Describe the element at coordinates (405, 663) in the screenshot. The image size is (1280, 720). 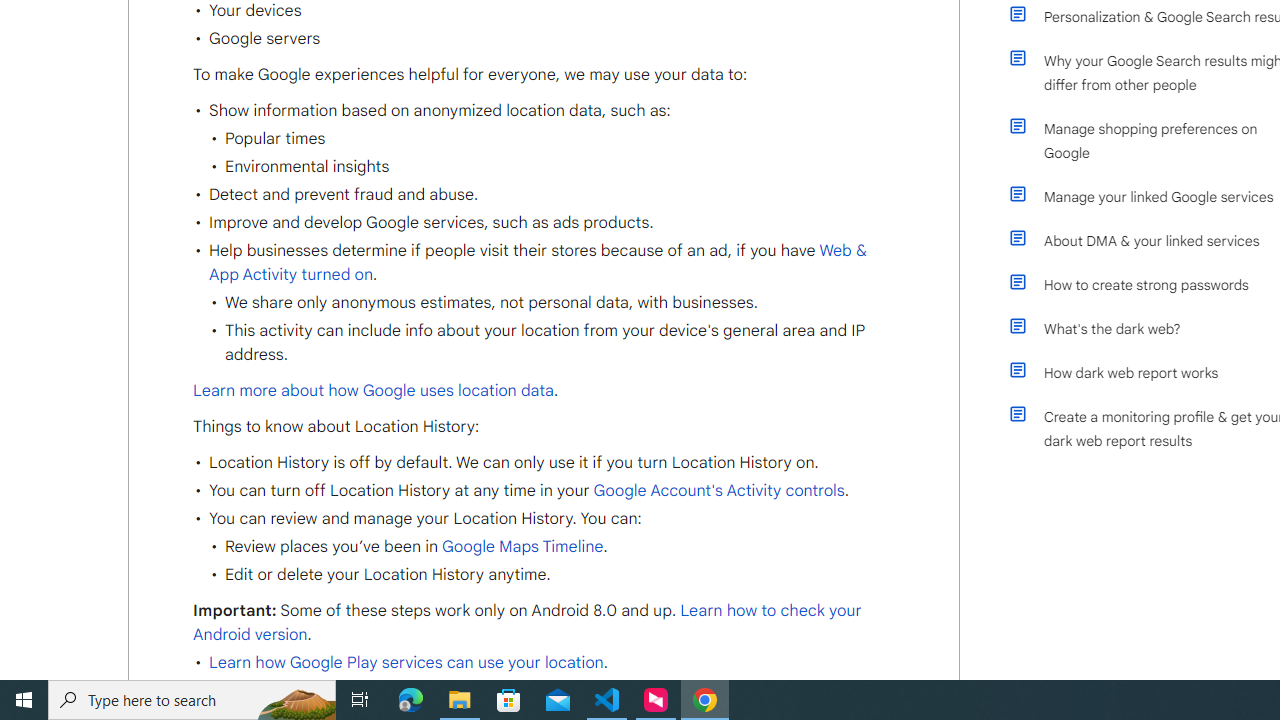
I see `'Learn how Google Play services can use your location'` at that location.